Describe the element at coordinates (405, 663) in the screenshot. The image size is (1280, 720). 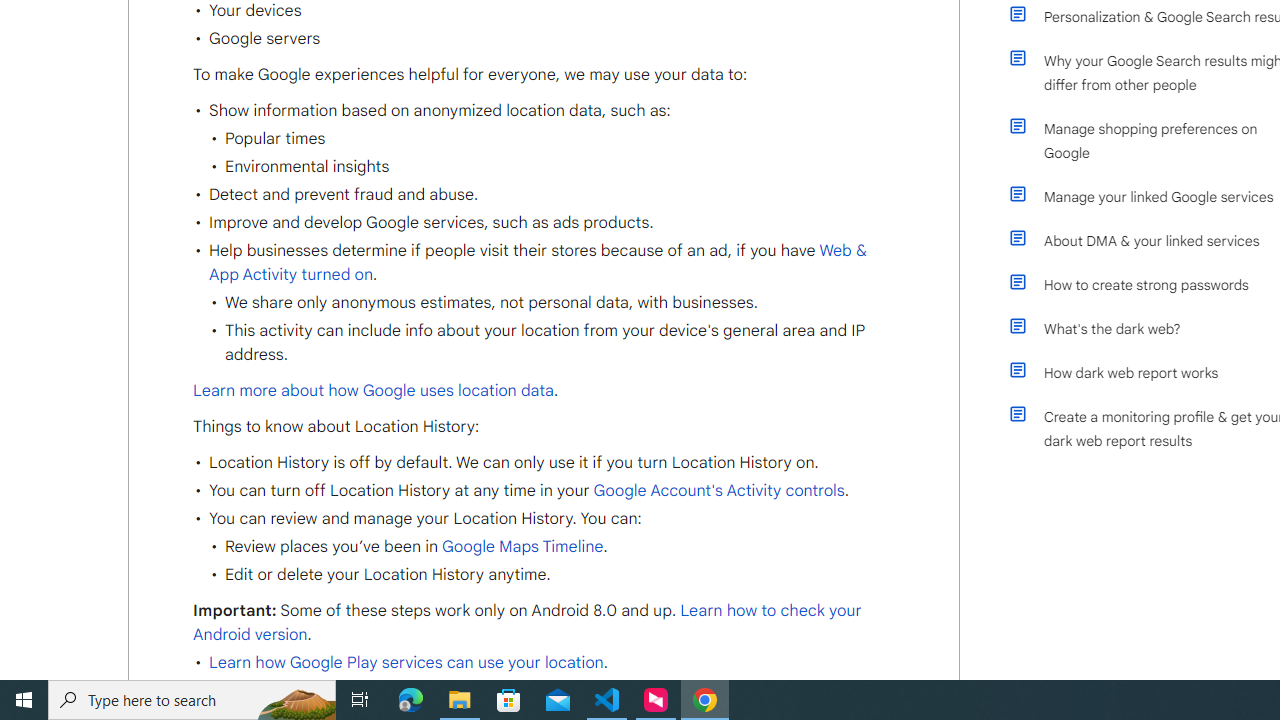
I see `'Learn how Google Play services can use your location'` at that location.